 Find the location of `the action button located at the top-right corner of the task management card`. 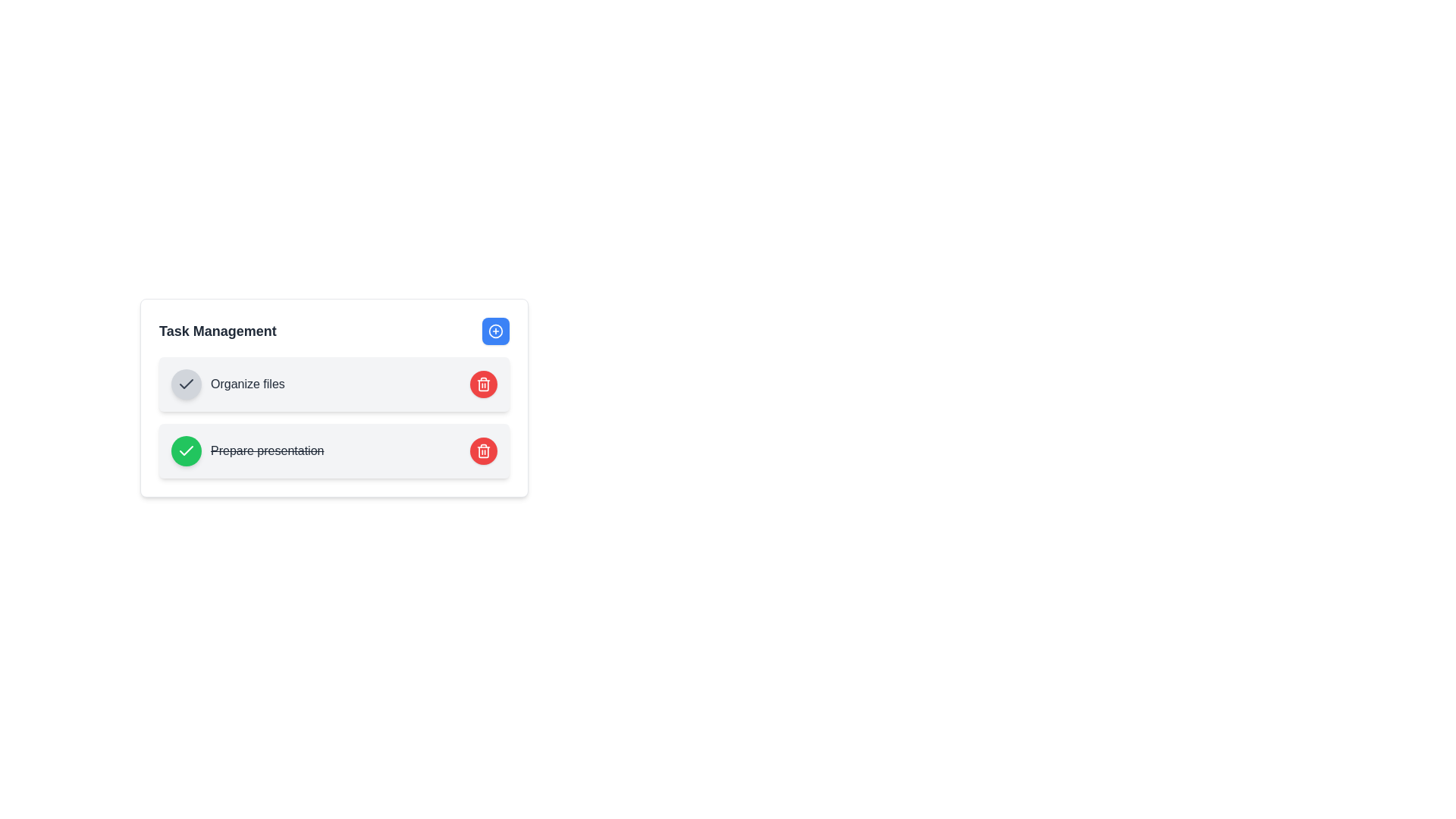

the action button located at the top-right corner of the task management card is located at coordinates (495, 330).